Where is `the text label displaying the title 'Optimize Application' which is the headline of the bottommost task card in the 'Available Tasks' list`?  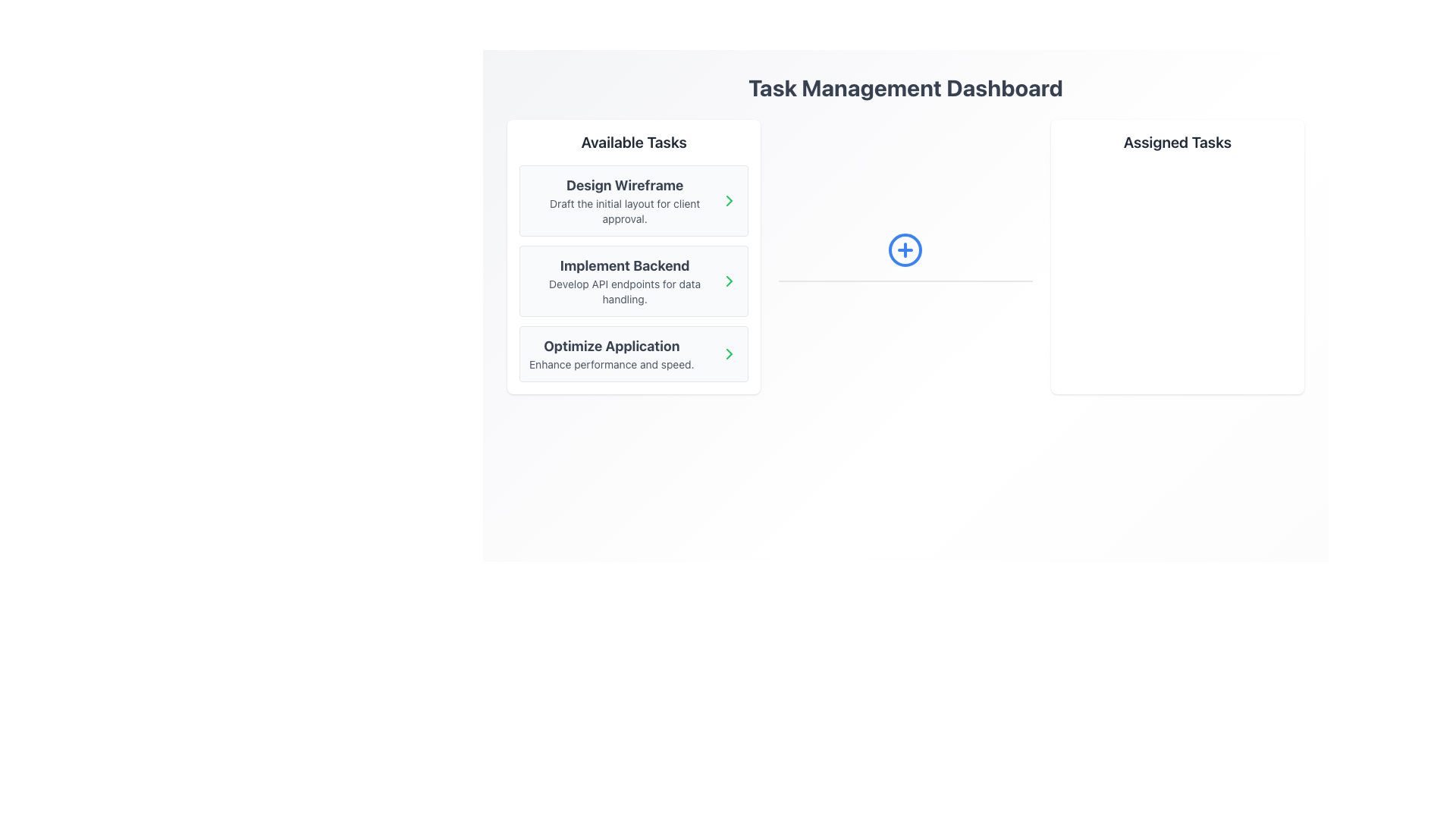 the text label displaying the title 'Optimize Application' which is the headline of the bottommost task card in the 'Available Tasks' list is located at coordinates (611, 346).